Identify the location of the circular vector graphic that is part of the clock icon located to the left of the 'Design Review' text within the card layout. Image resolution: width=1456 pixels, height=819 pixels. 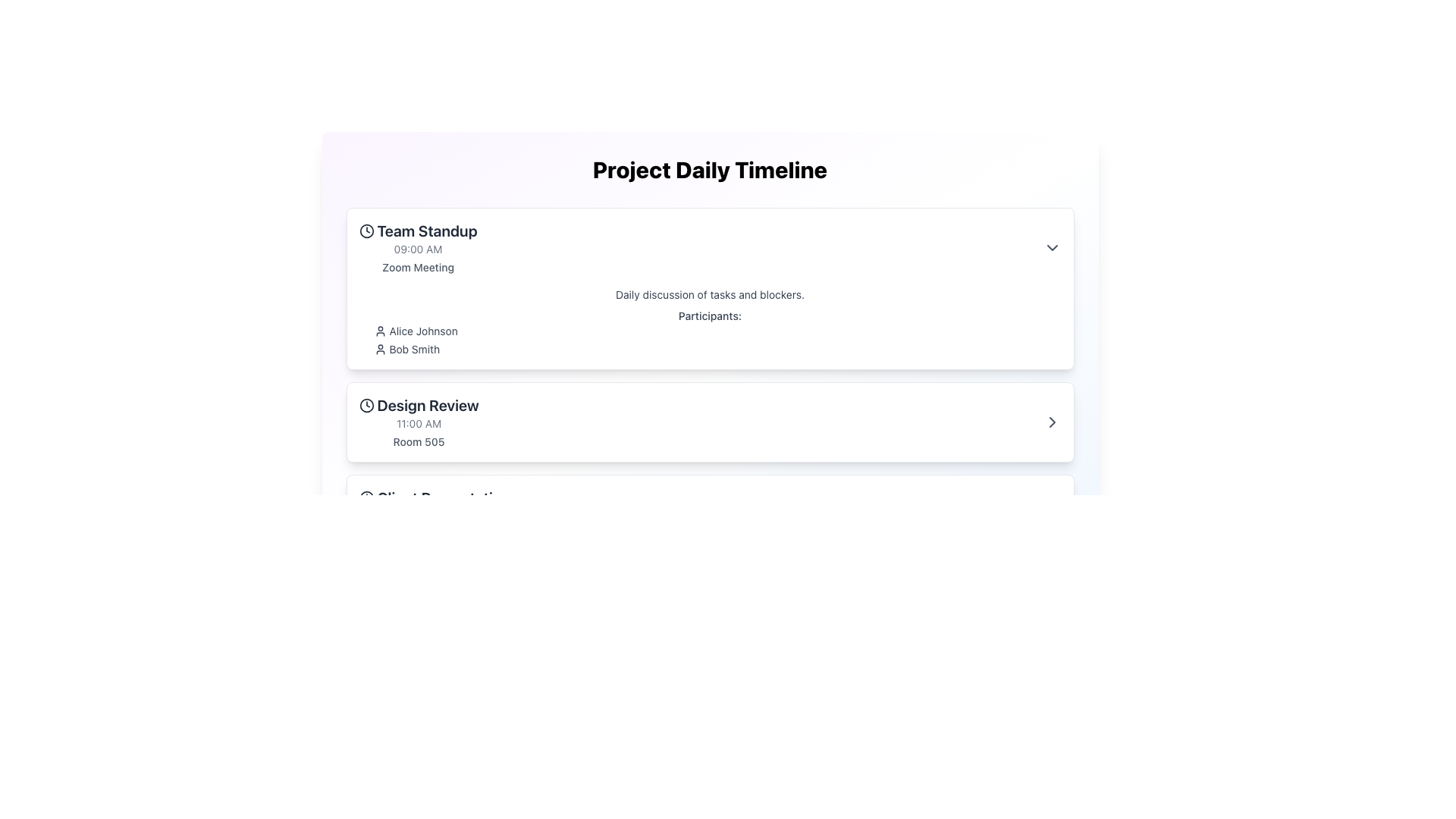
(366, 405).